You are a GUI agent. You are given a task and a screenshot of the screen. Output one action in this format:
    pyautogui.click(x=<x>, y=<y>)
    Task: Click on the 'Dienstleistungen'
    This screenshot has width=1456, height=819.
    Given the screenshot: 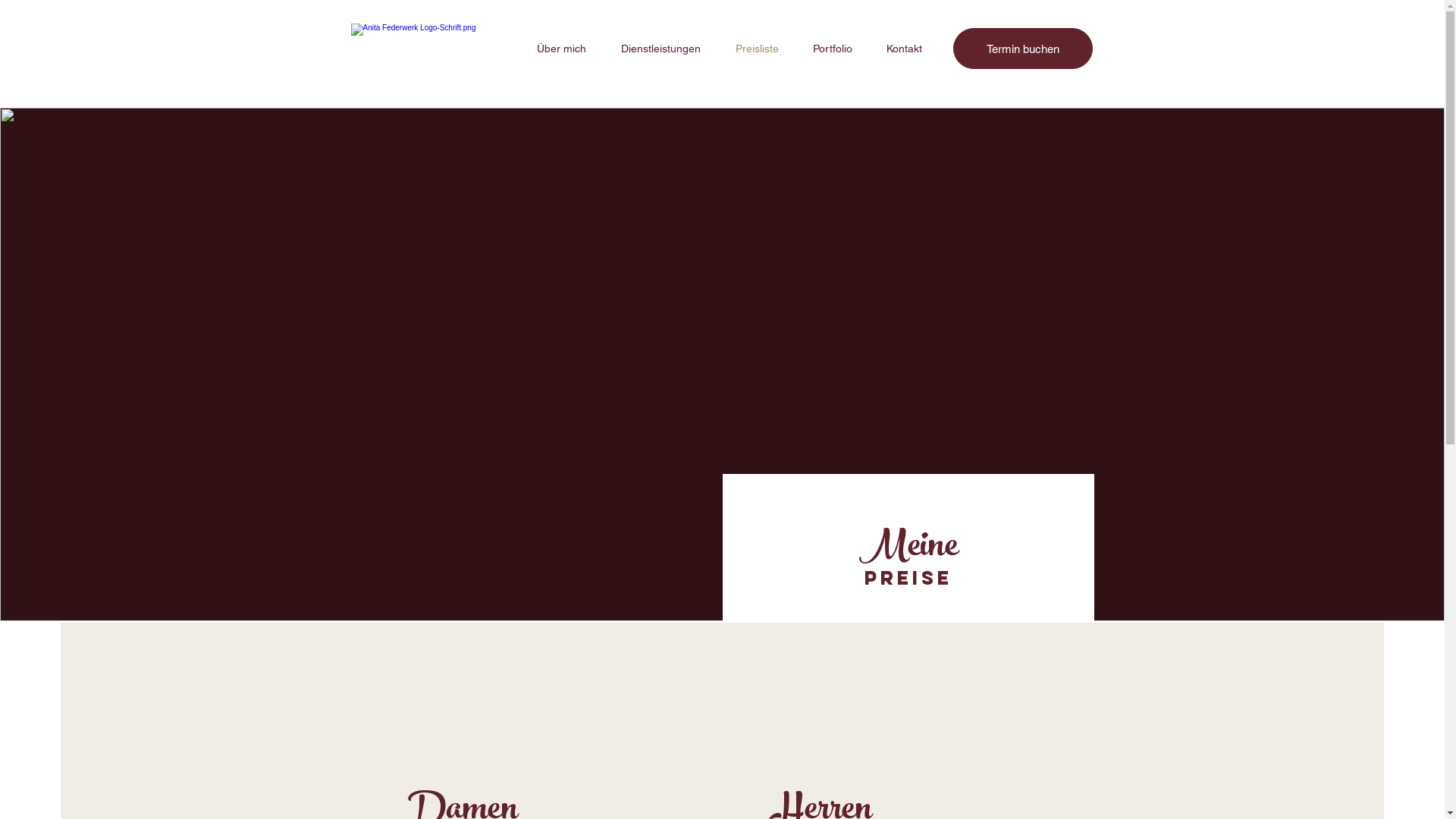 What is the action you would take?
    pyautogui.click(x=661, y=48)
    